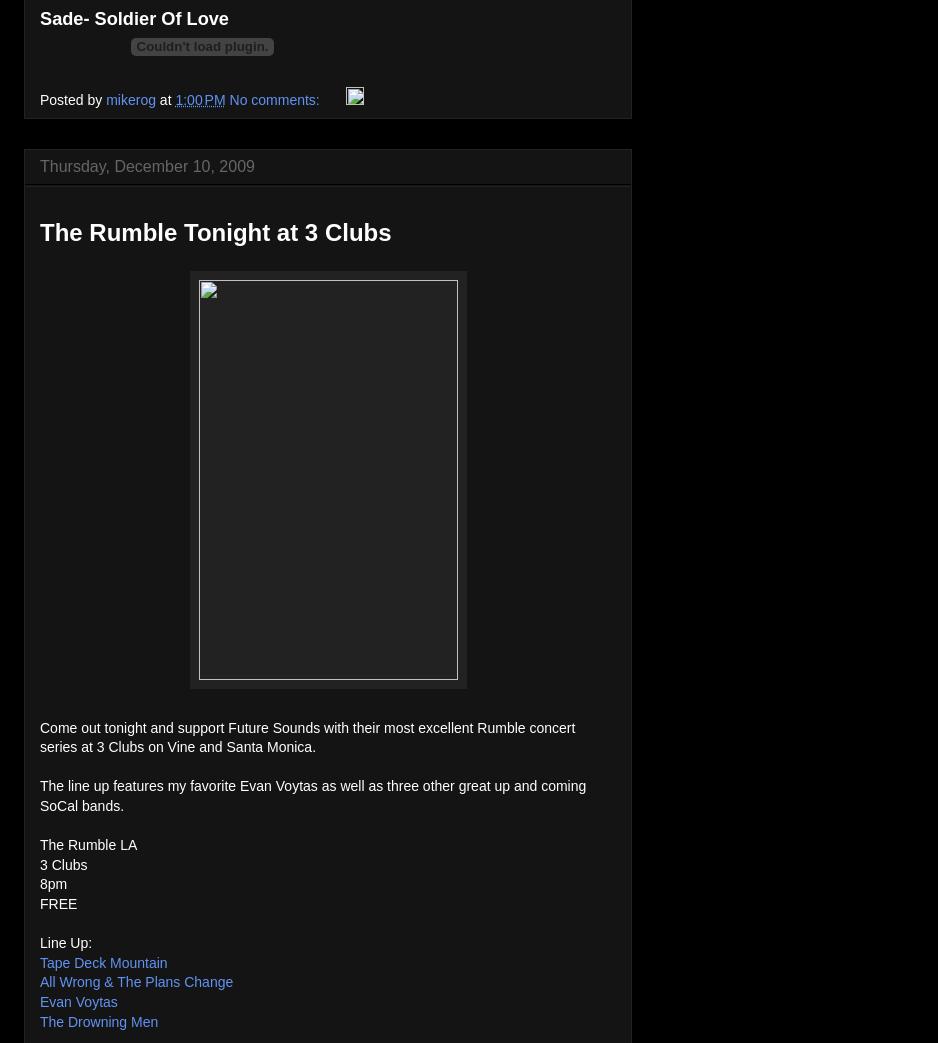 The height and width of the screenshot is (1043, 938). Describe the element at coordinates (306, 736) in the screenshot. I see `'Come out tonight and support Future Sounds with their most excellent Rumble concert series at 3 Clubs on Vine and Santa Monica.'` at that location.